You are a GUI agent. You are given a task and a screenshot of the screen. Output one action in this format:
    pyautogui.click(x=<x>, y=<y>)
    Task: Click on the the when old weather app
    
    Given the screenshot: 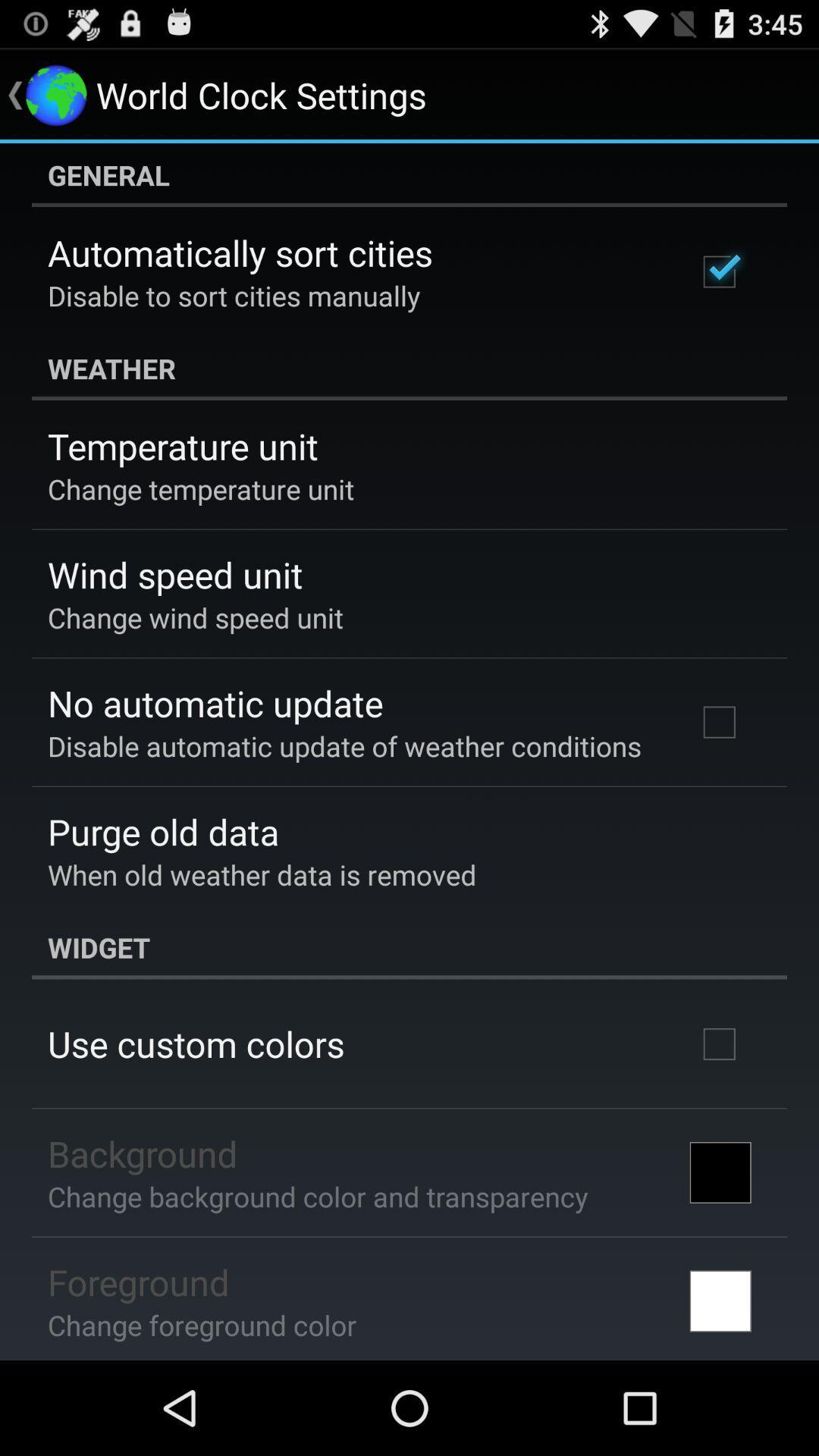 What is the action you would take?
    pyautogui.click(x=261, y=874)
    